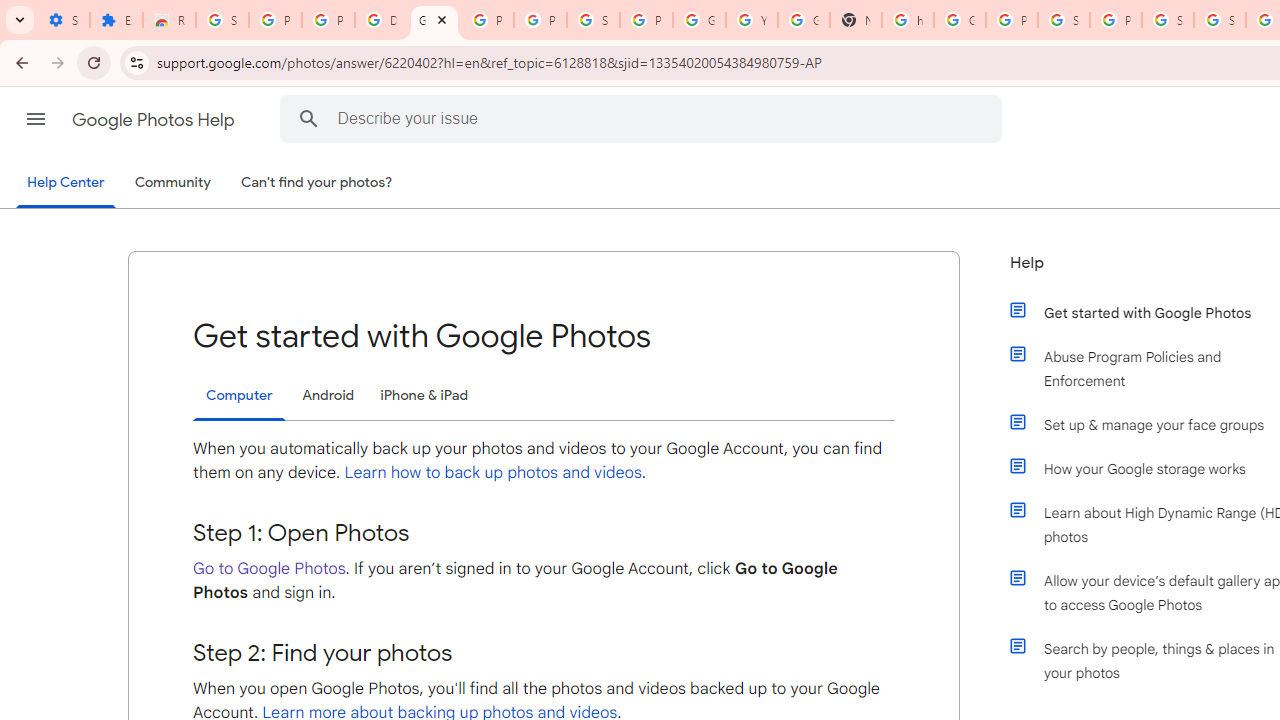 The image size is (1280, 720). What do you see at coordinates (308, 118) in the screenshot?
I see `'Search Help Center'` at bounding box center [308, 118].